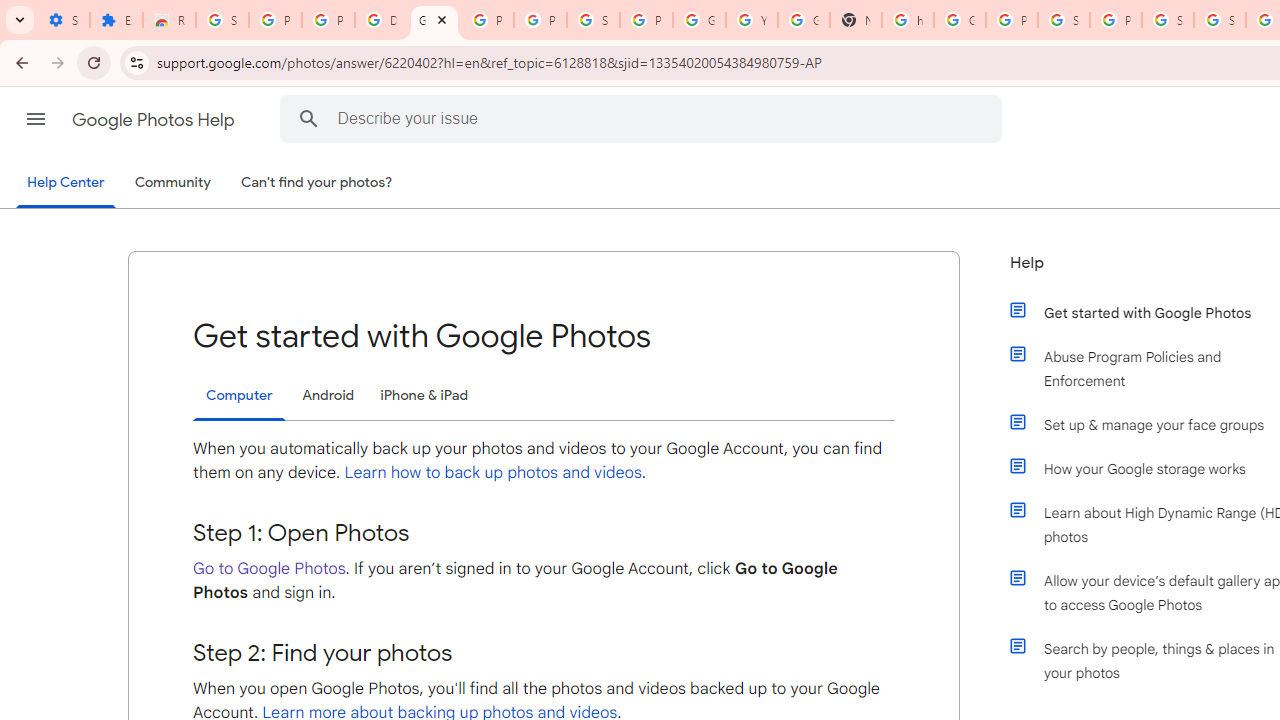 The image size is (1280, 720). What do you see at coordinates (308, 118) in the screenshot?
I see `'Search Help Center'` at bounding box center [308, 118].